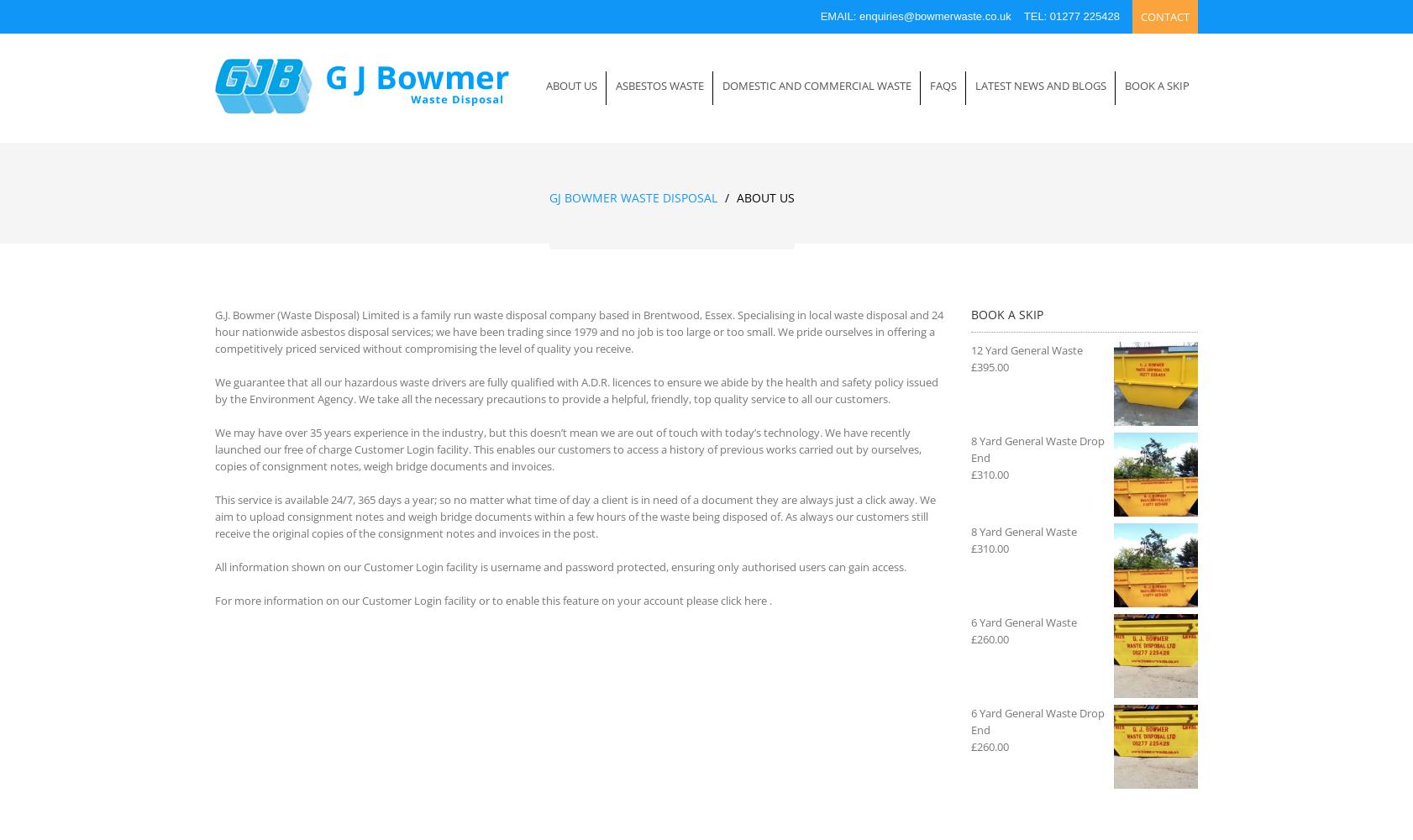 The width and height of the screenshot is (1413, 840). I want to click on 'We may have over 35 years experience in the industry, but this doesn’t mean we are out of touch with today’s technology. We have recently launched our free of charge Customer Login facility. This enables our customers to access a history of previous works carried out by ourselves, copies of consignment notes, weigh bridge documents and invoices.', so click(568, 449).